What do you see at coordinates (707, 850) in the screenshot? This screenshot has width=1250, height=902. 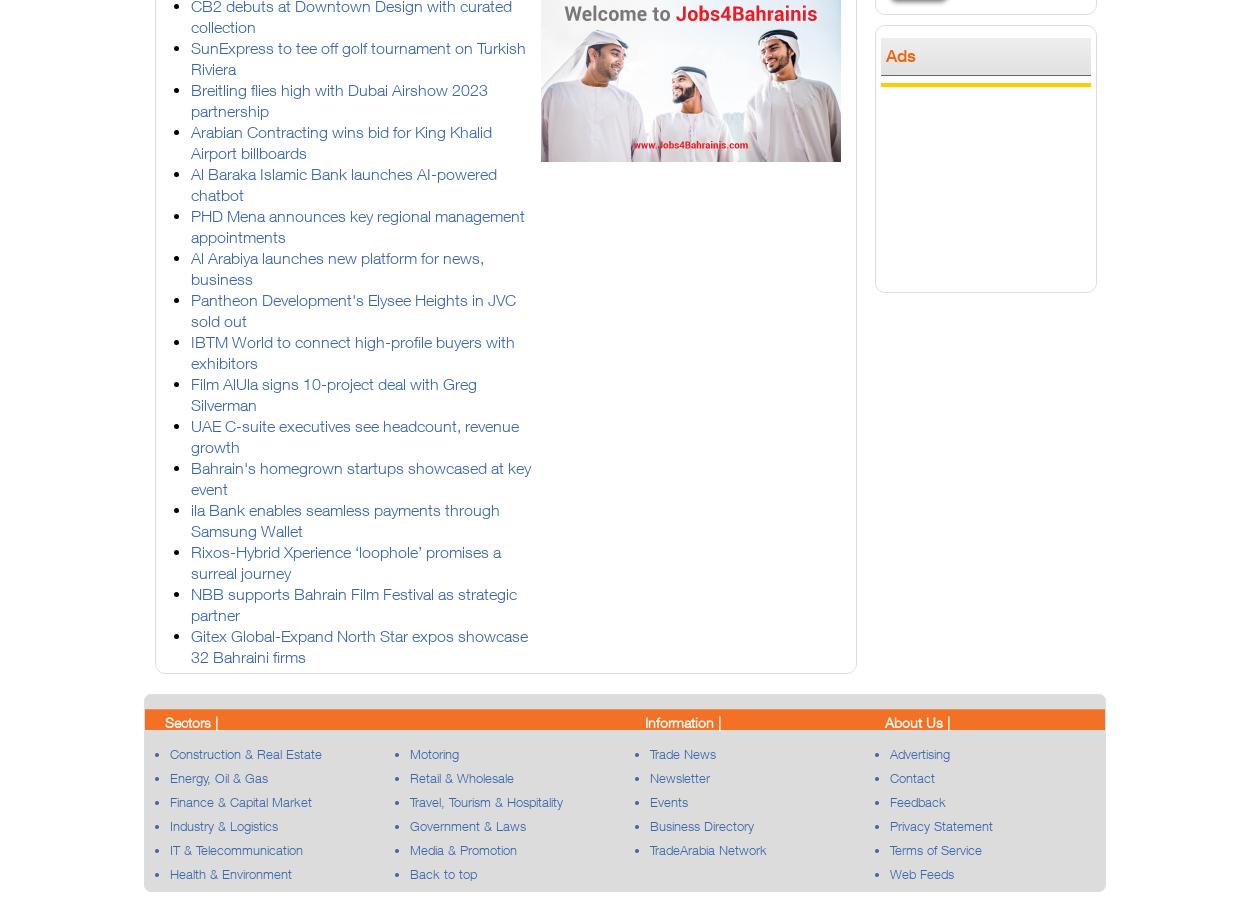 I see `'TradeArabia Network'` at bounding box center [707, 850].